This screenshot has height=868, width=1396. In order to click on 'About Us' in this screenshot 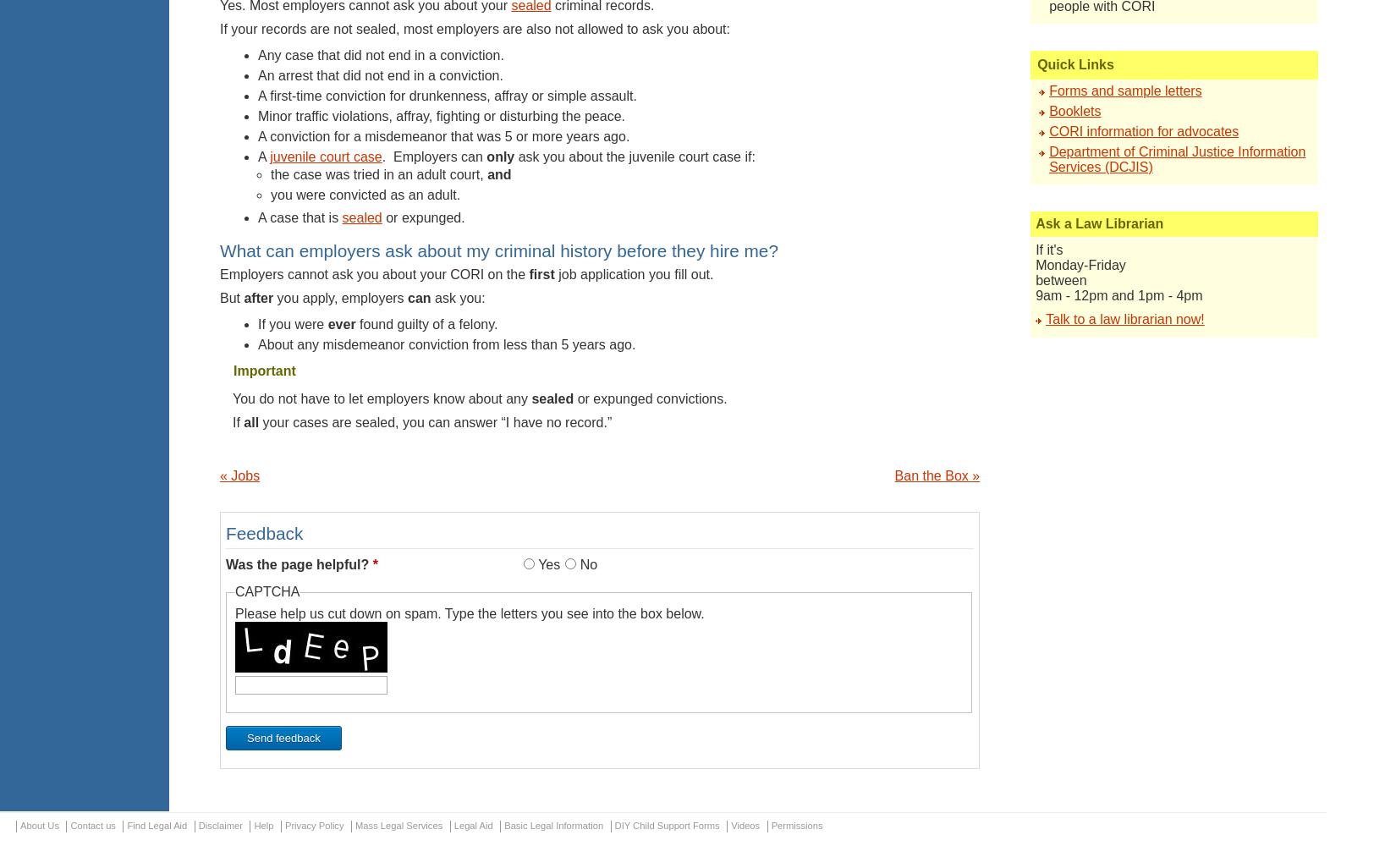, I will do `click(40, 825)`.